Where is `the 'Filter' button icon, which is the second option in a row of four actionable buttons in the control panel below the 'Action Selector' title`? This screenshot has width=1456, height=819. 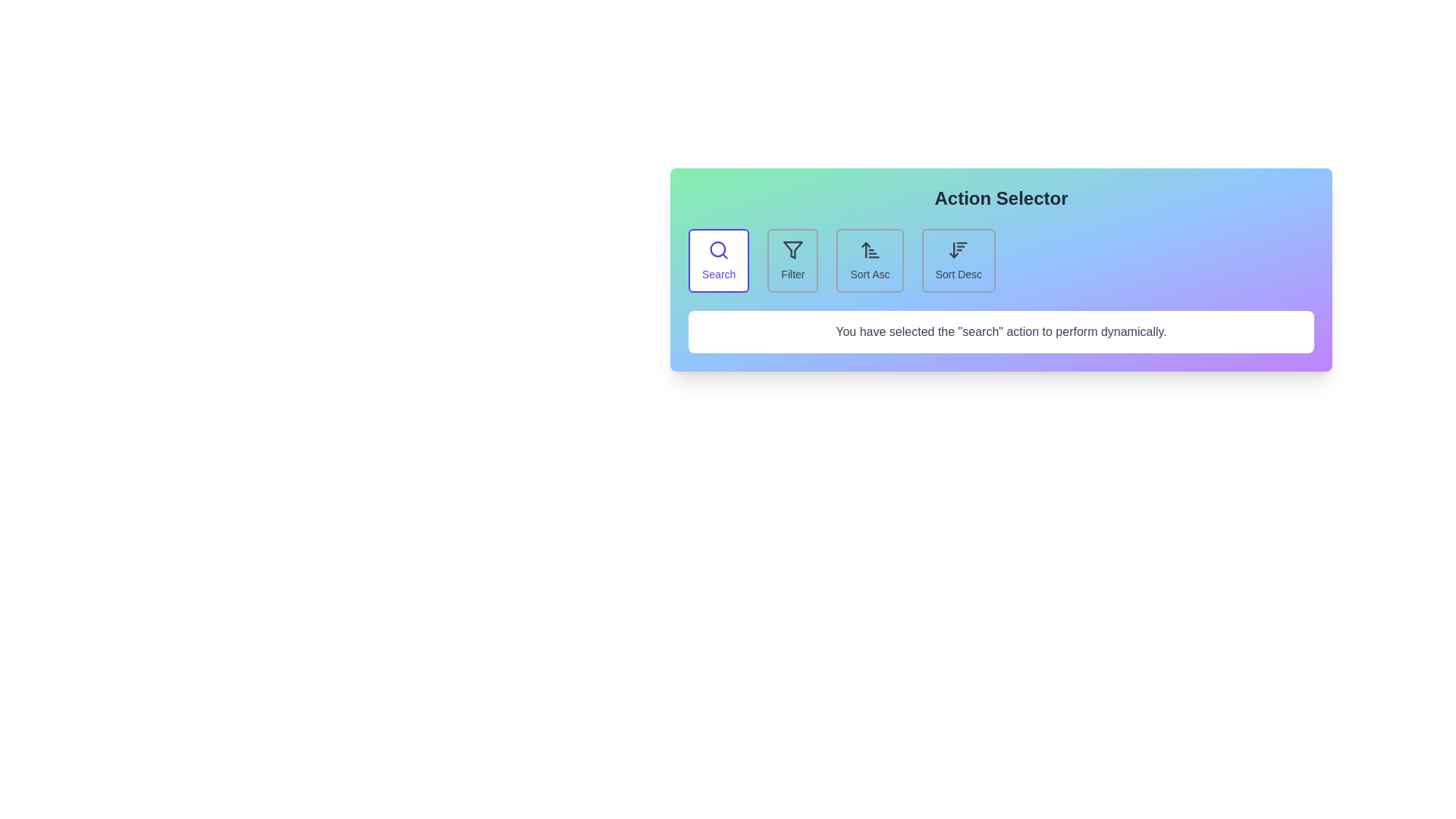 the 'Filter' button icon, which is the second option in a row of four actionable buttons in the control panel below the 'Action Selector' title is located at coordinates (792, 249).